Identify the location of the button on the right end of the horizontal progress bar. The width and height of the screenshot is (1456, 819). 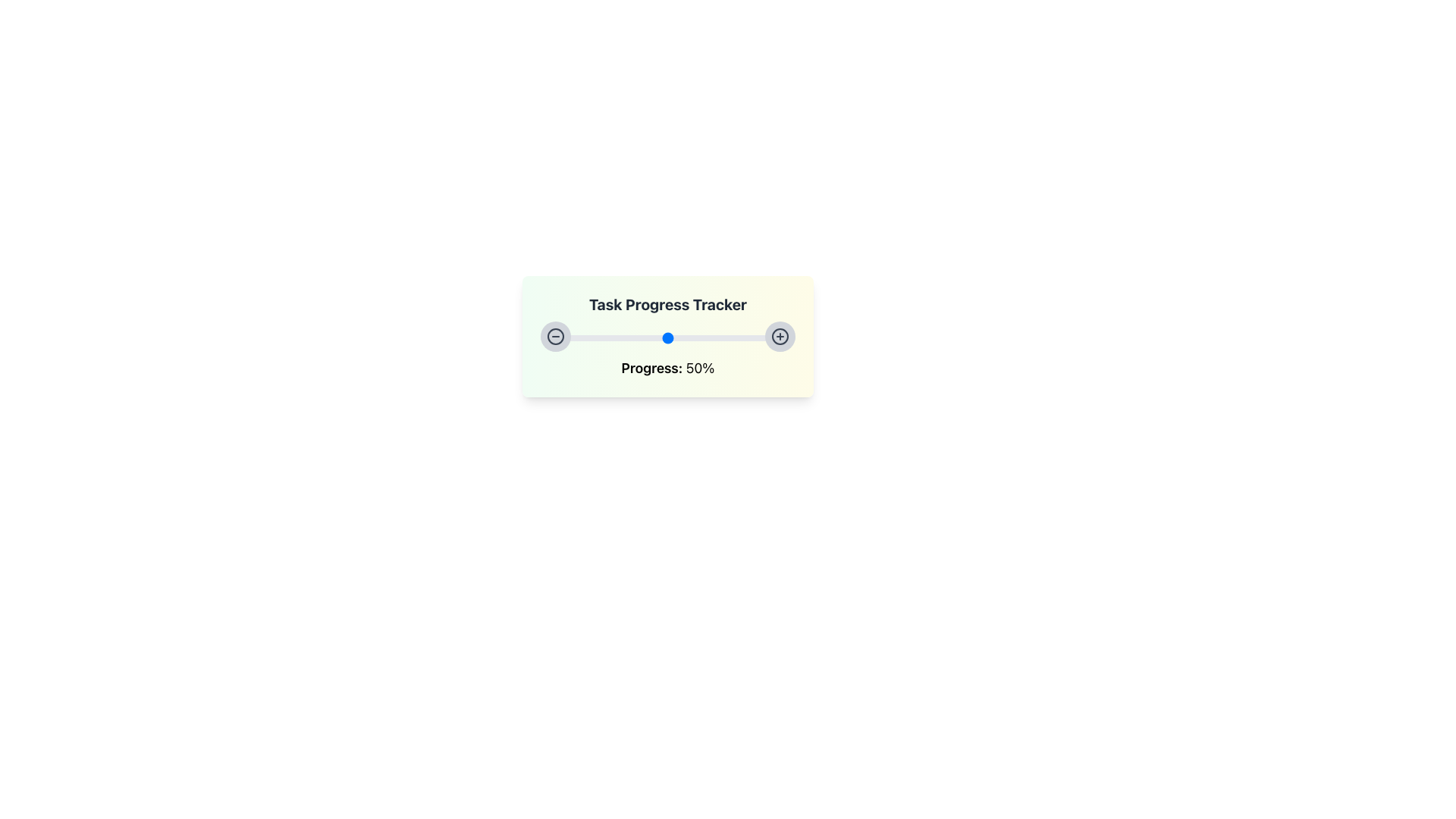
(780, 335).